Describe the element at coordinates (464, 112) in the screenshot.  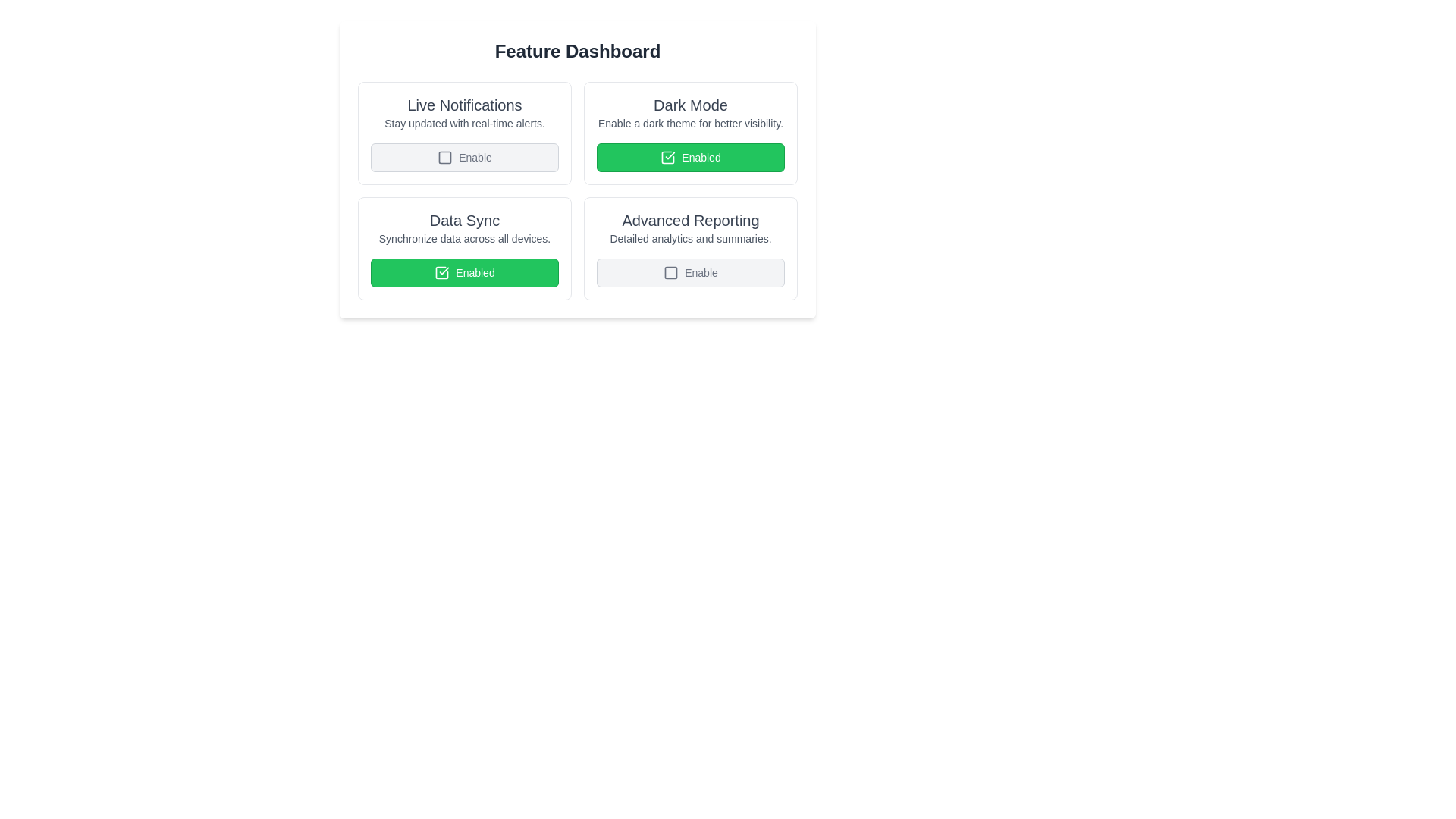
I see `the textual component titled 'Live Notifications' which is prominently displayed in larger bold text and is located in the top-left card of the 'Feature Dashboard', situated above the 'Enable' button` at that location.